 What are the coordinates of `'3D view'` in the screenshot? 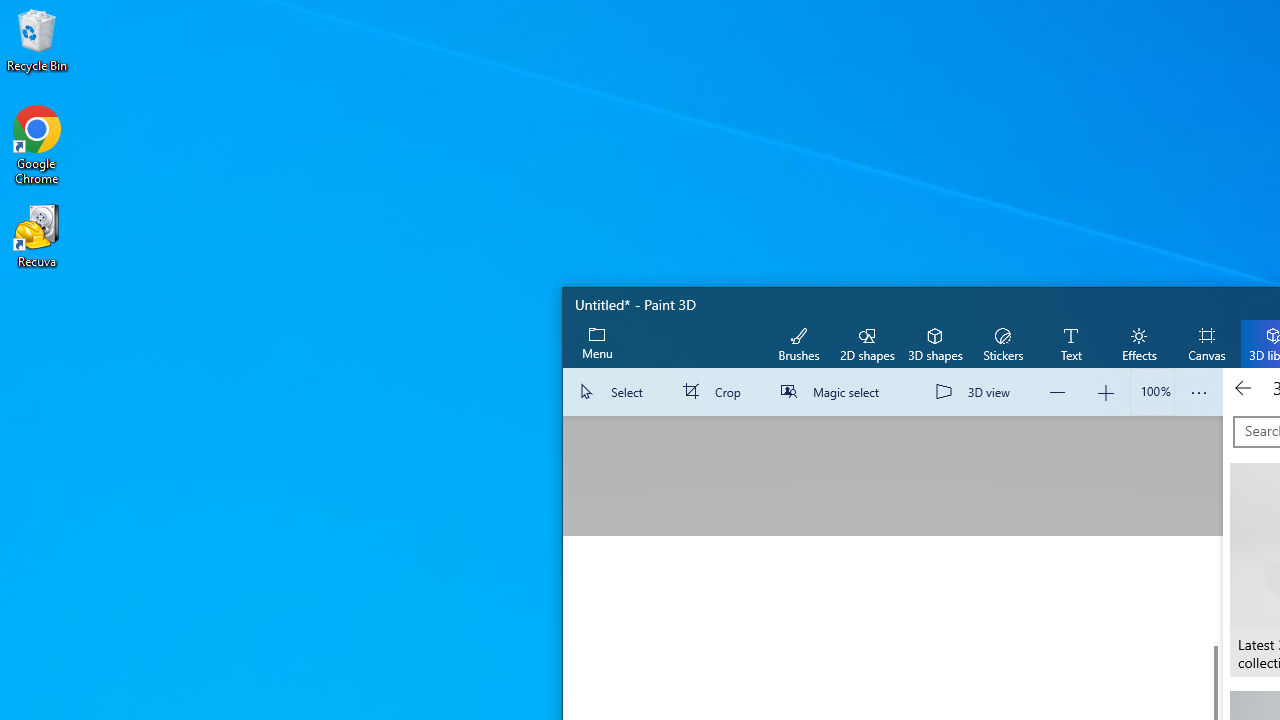 It's located at (977, 392).